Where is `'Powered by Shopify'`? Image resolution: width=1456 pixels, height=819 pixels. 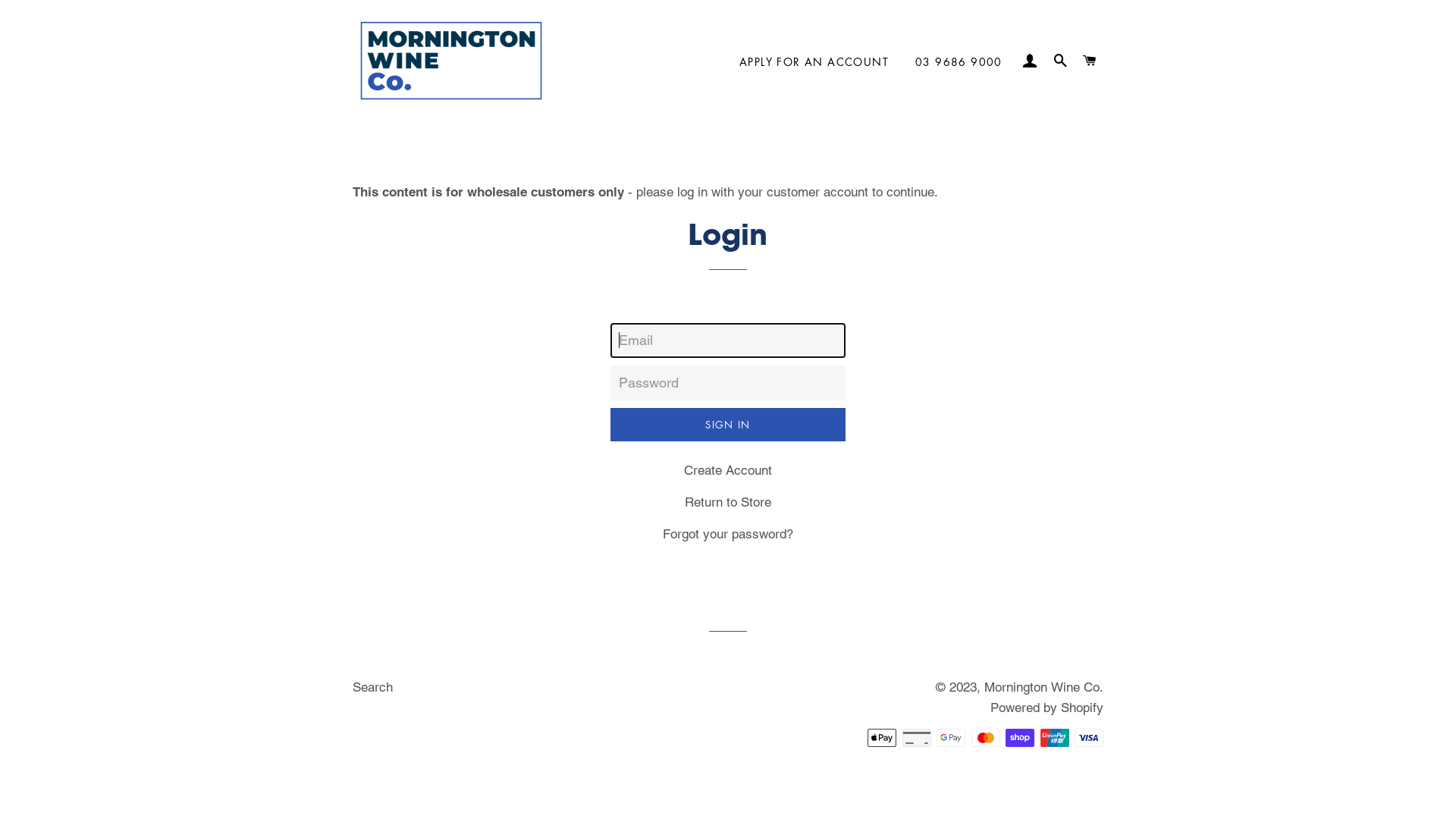 'Powered by Shopify' is located at coordinates (1046, 708).